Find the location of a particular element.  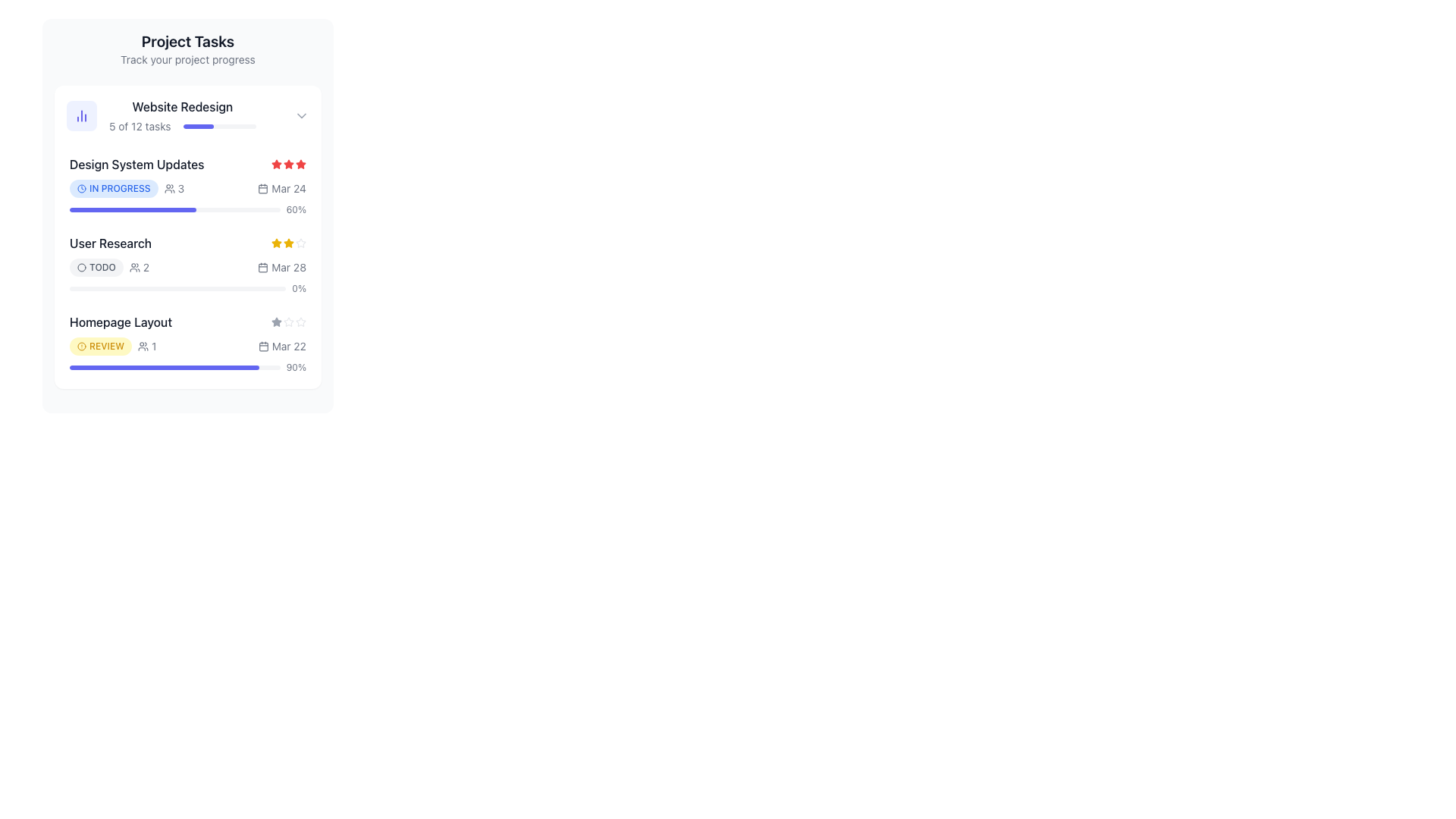

the calendar icon located is located at coordinates (263, 346).